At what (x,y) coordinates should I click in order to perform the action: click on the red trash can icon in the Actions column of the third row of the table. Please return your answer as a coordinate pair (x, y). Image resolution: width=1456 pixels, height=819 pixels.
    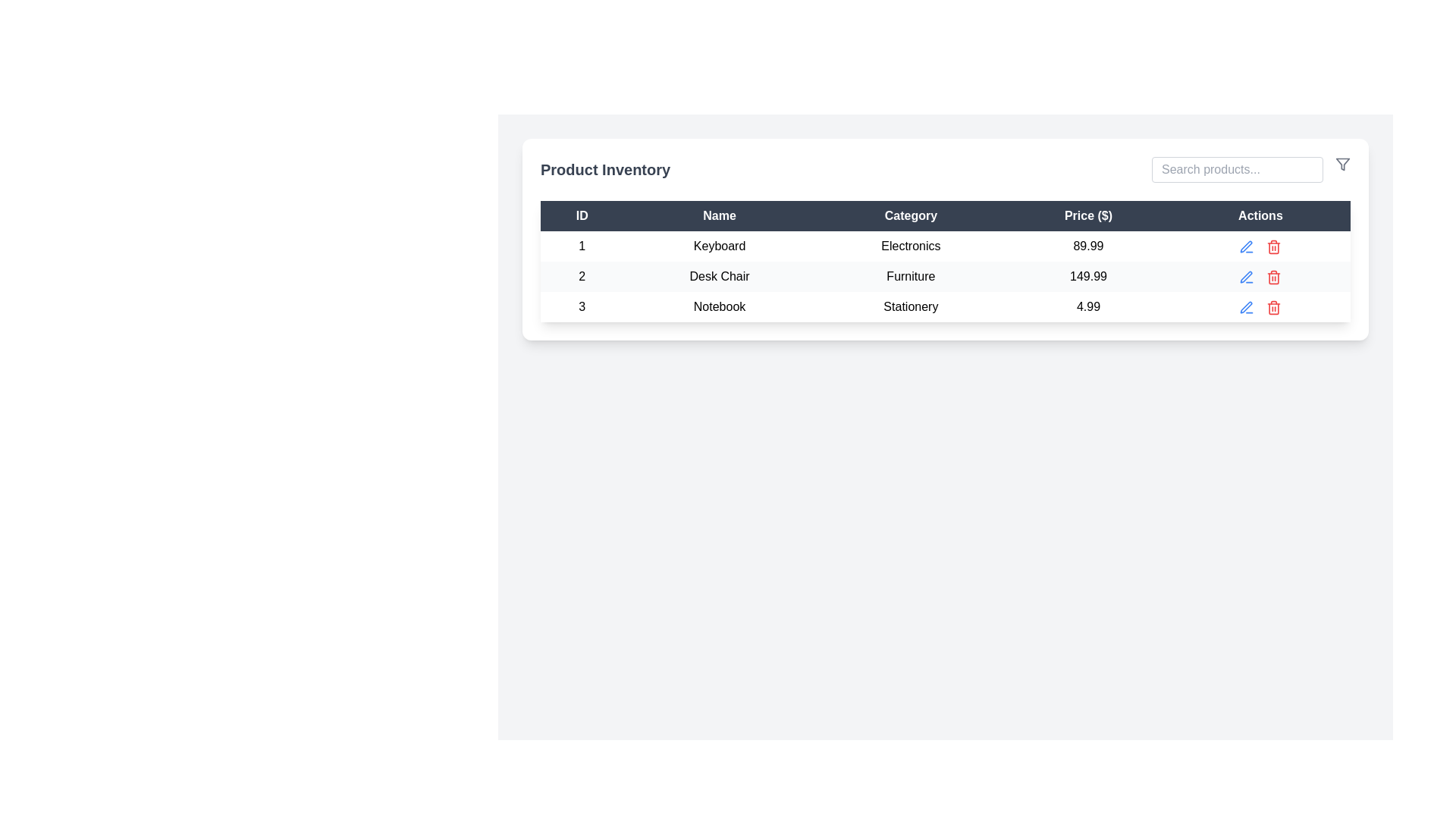
    Looking at the image, I should click on (1260, 307).